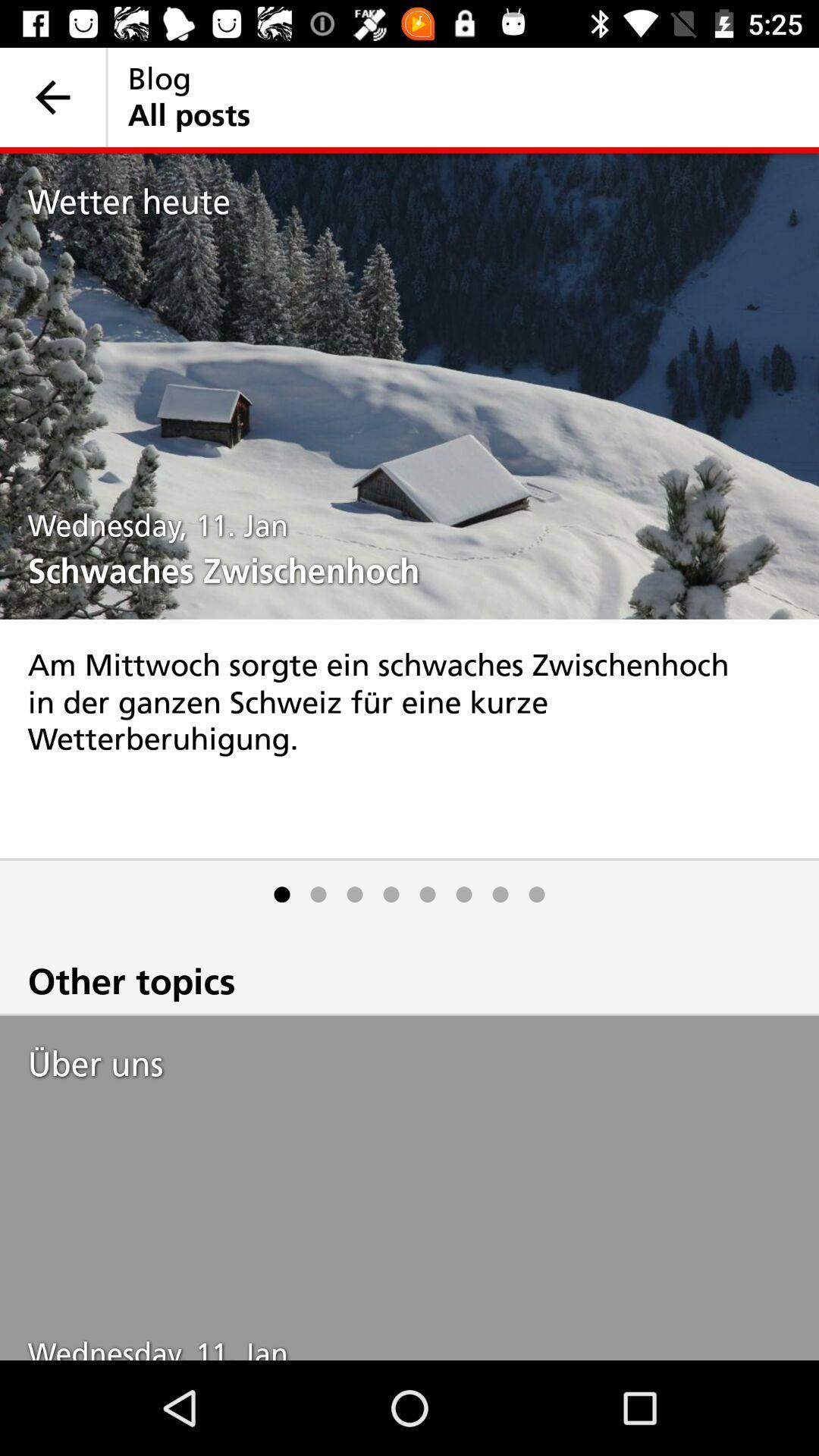  I want to click on item above other topics icon, so click(281, 894).